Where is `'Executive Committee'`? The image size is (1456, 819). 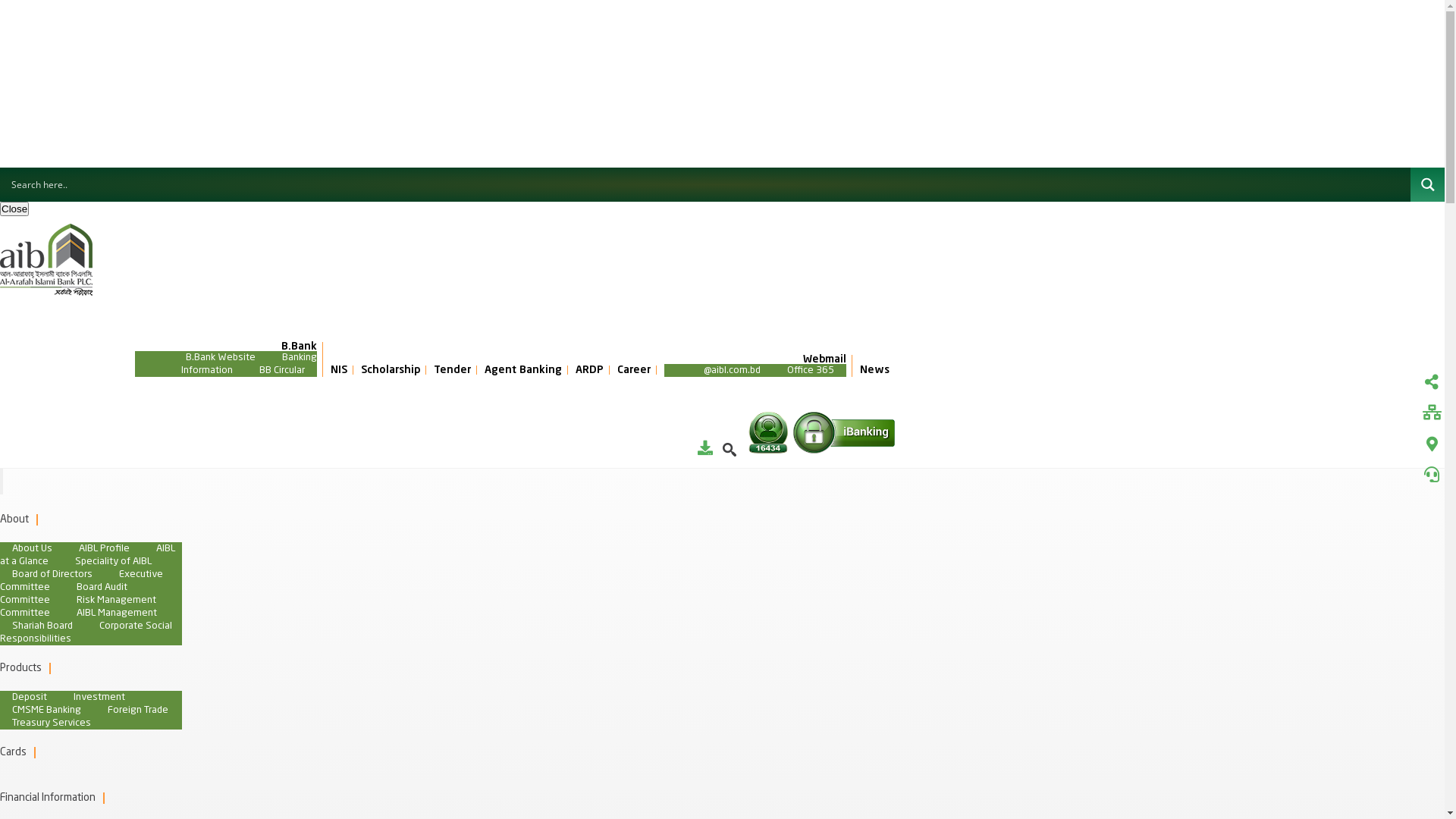
'Executive Committee' is located at coordinates (80, 580).